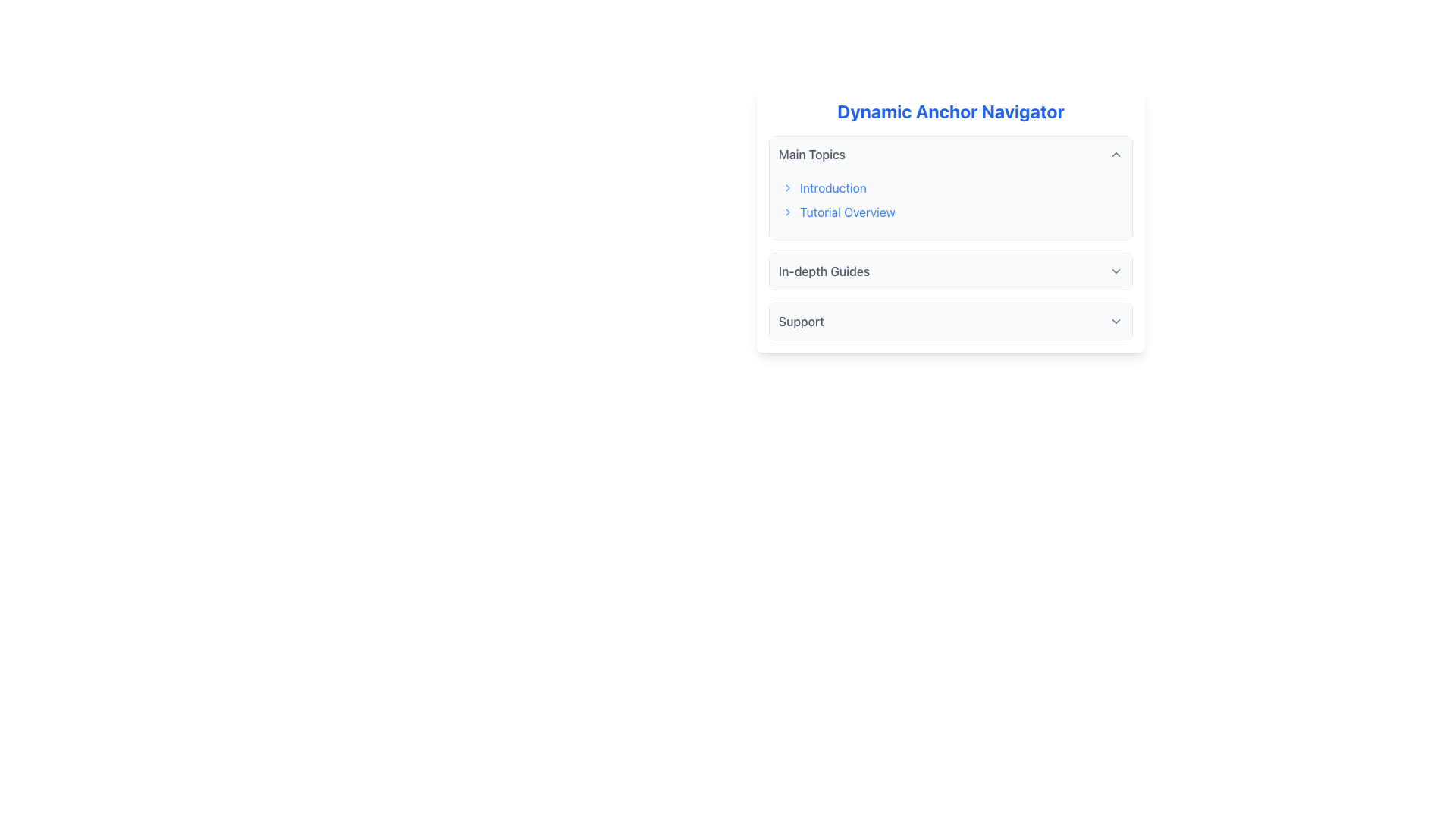  I want to click on the collapsible menu item labeled 'In-depth Guides' in the 'Dynamic Anchor Navigator' panel, so click(949, 271).